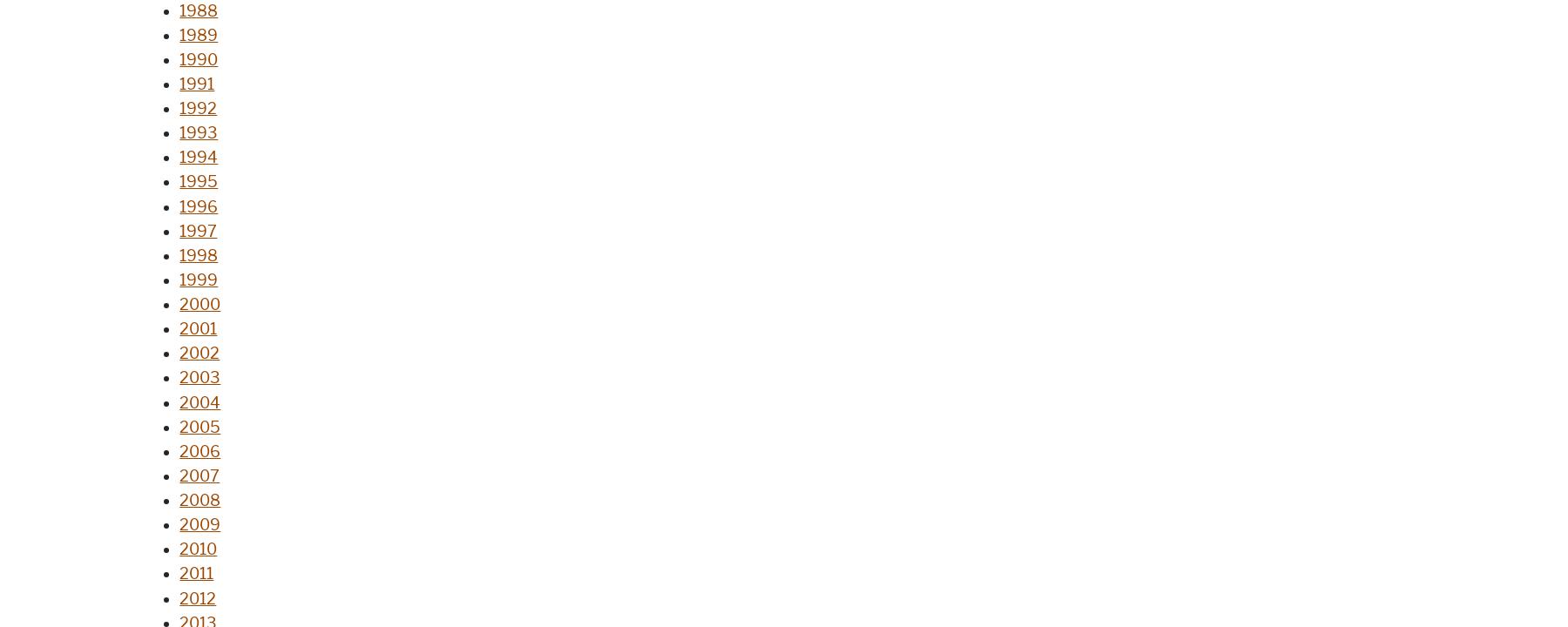 This screenshot has height=627, width=1568. Describe the element at coordinates (199, 500) in the screenshot. I see `'2008'` at that location.